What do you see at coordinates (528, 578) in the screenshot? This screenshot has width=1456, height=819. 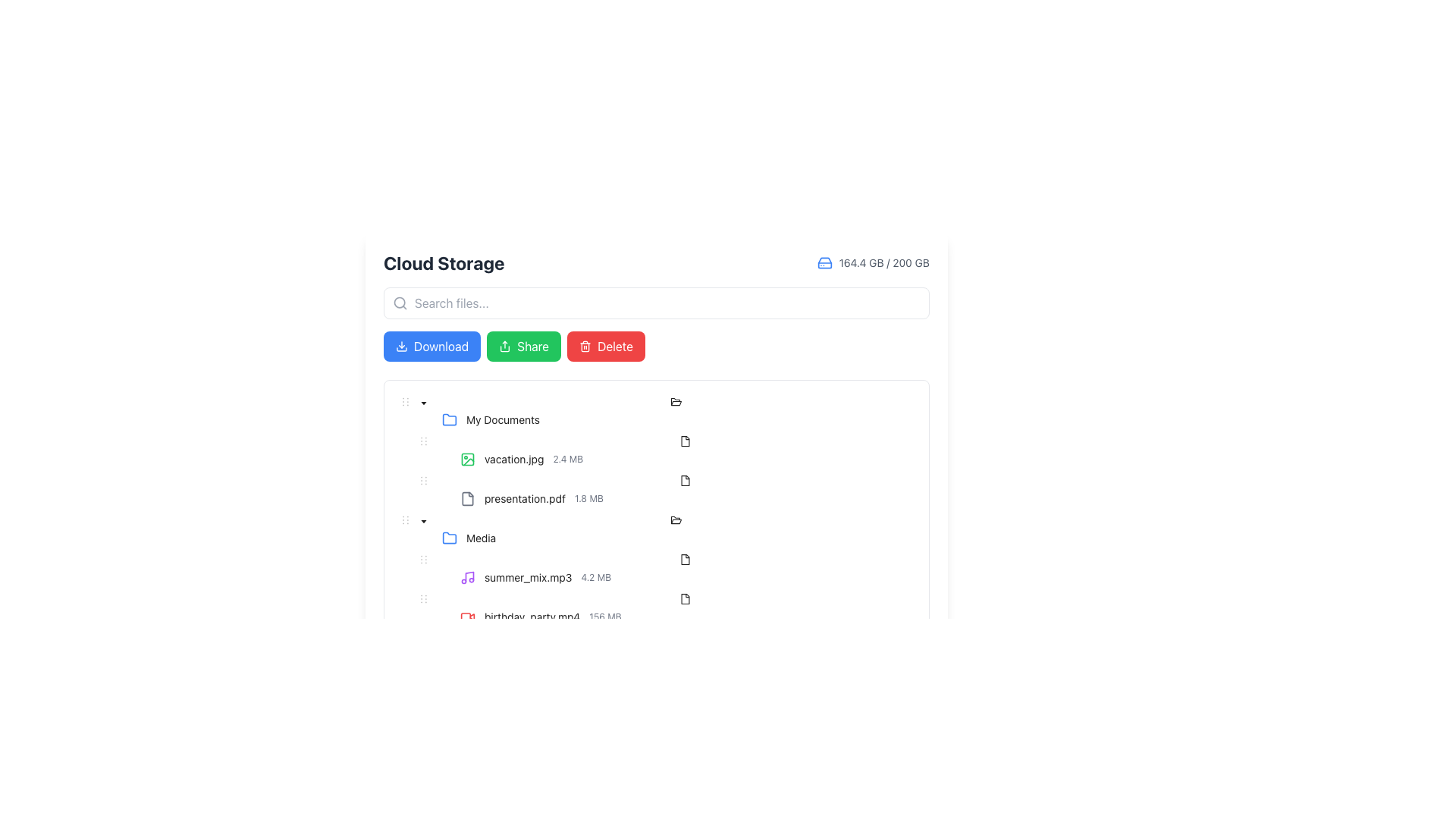 I see `the Text label representing the name of a media file in the Media folder, located next to the metadata '4.2 MB' and following a music note icon` at bounding box center [528, 578].